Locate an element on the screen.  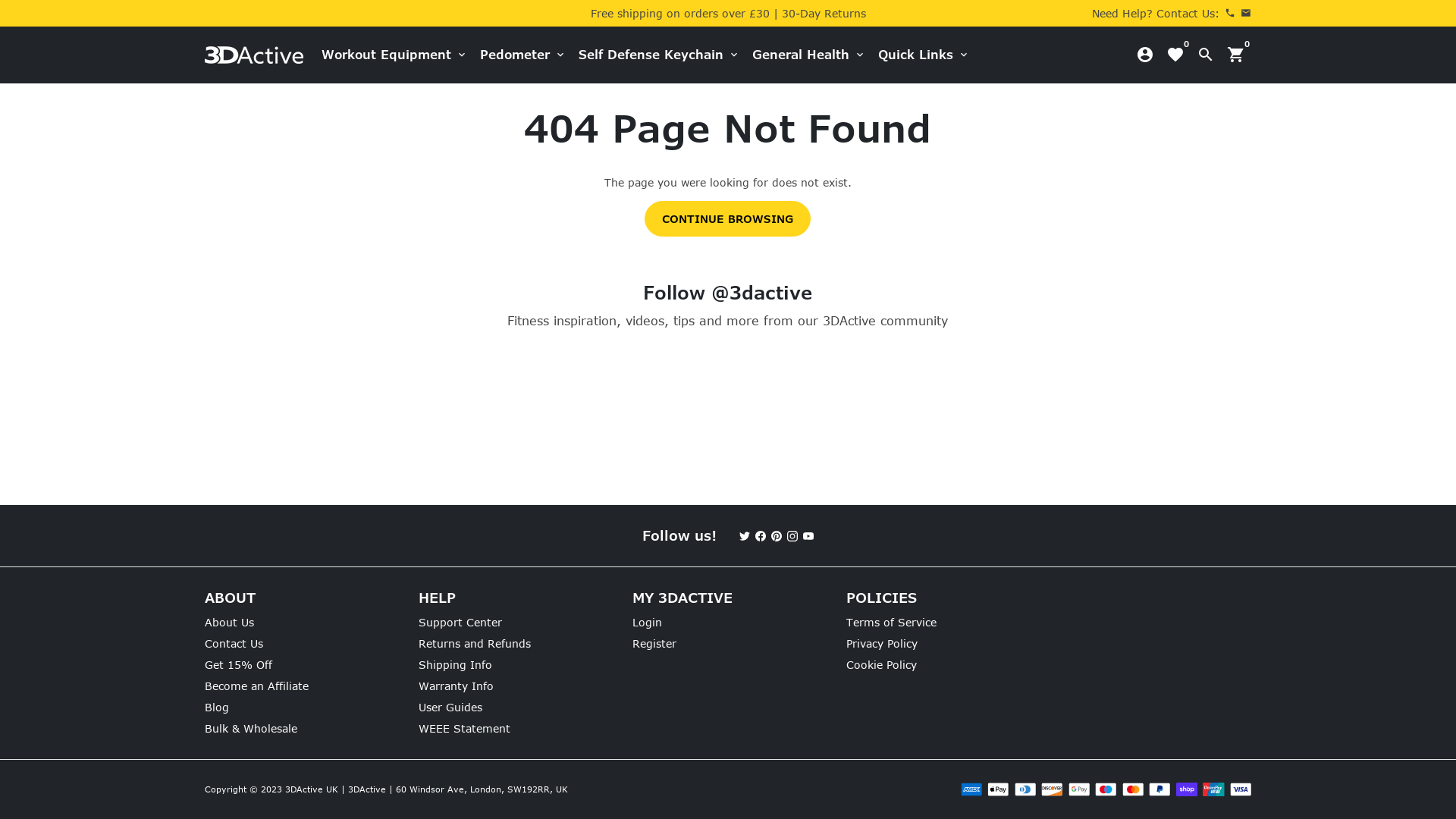
'3DActive UK on Instagram' is located at coordinates (786, 535).